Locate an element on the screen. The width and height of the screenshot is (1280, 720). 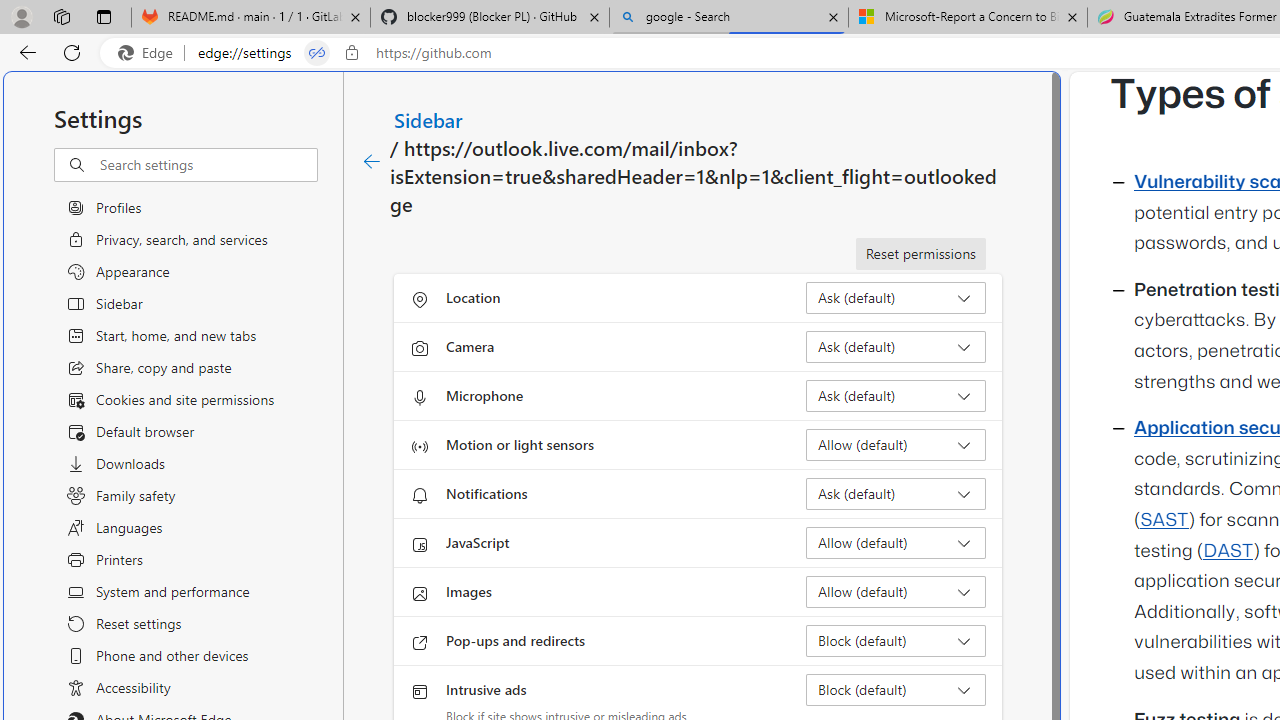
'Tabs in split screen' is located at coordinates (316, 52).